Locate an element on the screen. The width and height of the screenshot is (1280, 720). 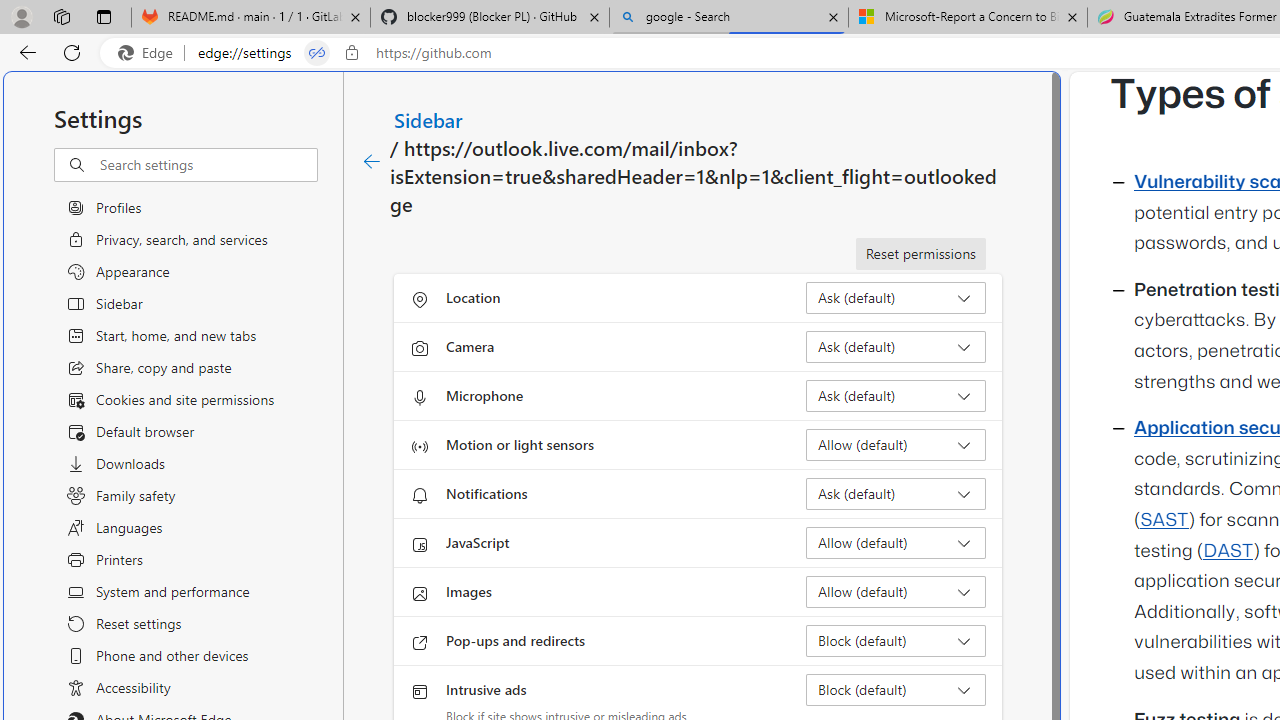
'Tabs in split screen' is located at coordinates (316, 52).